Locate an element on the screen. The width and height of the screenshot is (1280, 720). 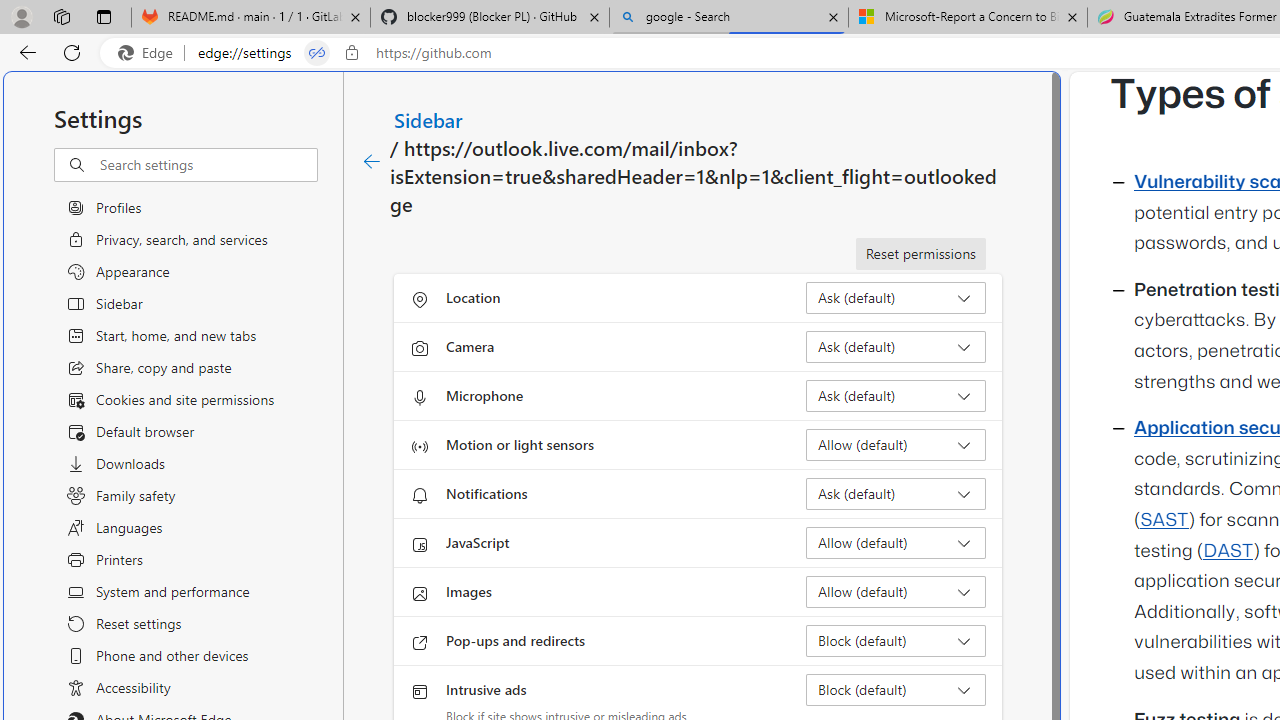
'Tabs in split screen' is located at coordinates (316, 52).